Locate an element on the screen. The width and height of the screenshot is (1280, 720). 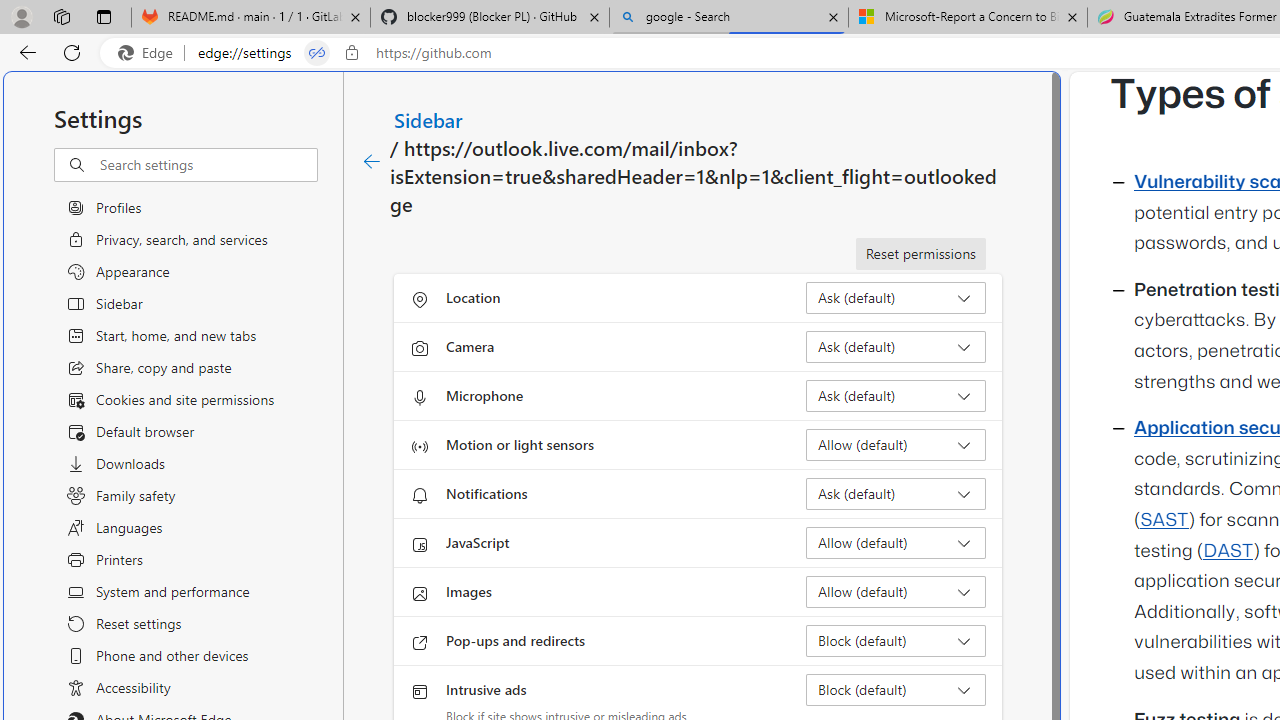
'Tabs in split screen' is located at coordinates (316, 52).